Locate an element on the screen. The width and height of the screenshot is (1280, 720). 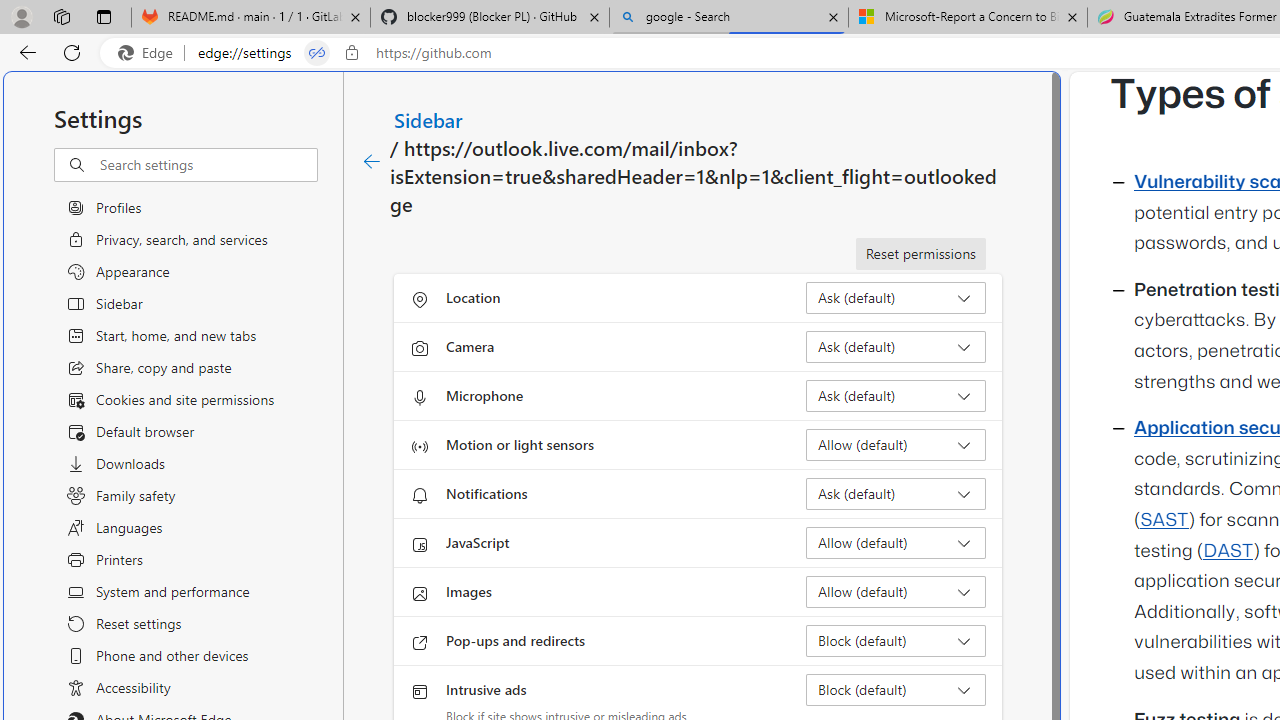
'Tabs in split screen' is located at coordinates (316, 52).